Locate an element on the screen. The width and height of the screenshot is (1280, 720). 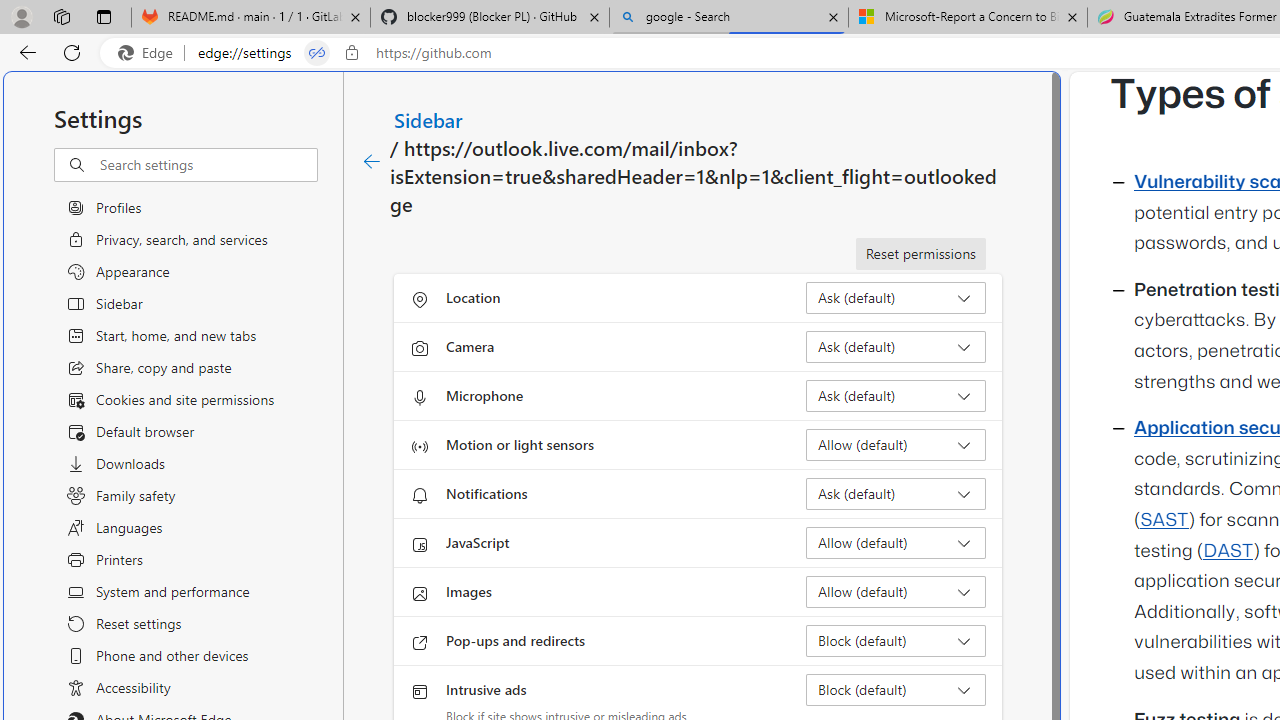
'Tabs in split screen' is located at coordinates (316, 52).